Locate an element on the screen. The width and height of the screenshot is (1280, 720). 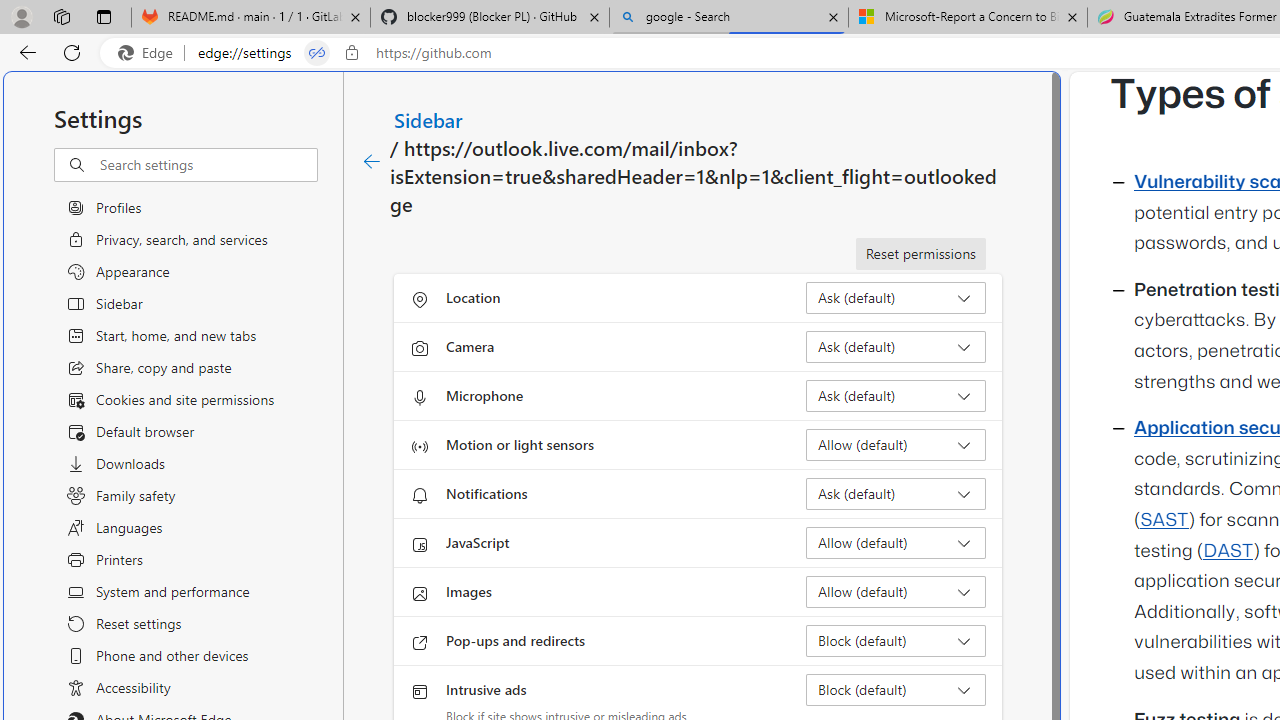
'Tabs in split screen' is located at coordinates (316, 52).